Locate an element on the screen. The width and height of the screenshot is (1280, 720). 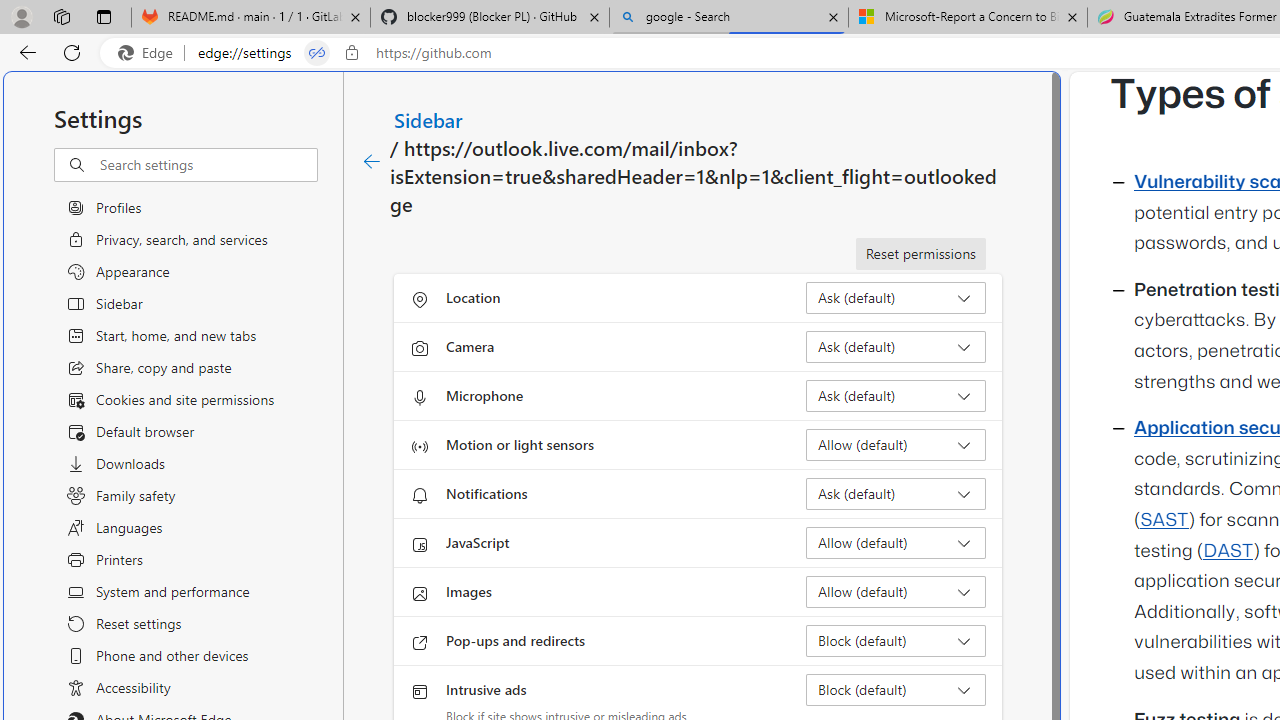
'Tabs in split screen' is located at coordinates (316, 52).